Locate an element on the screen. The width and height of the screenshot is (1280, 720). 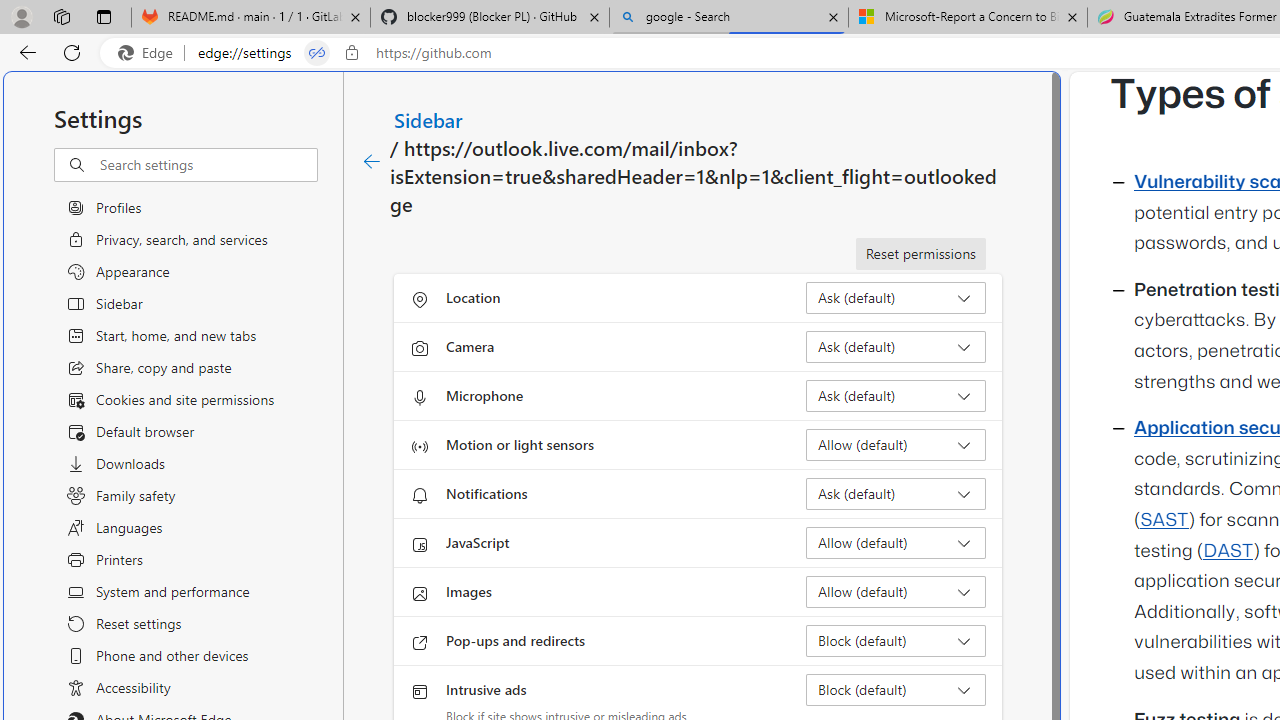
'Tabs in split screen' is located at coordinates (316, 52).